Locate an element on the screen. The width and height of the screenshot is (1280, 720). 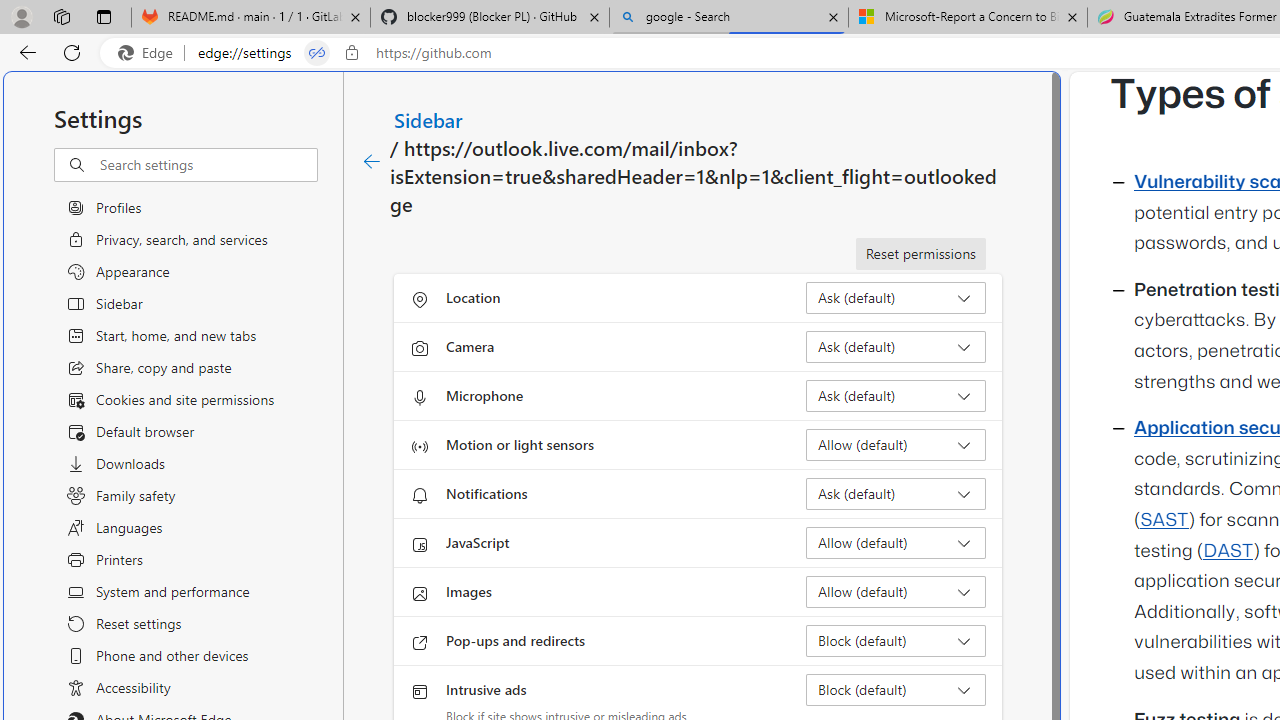
'Tabs in split screen' is located at coordinates (316, 52).